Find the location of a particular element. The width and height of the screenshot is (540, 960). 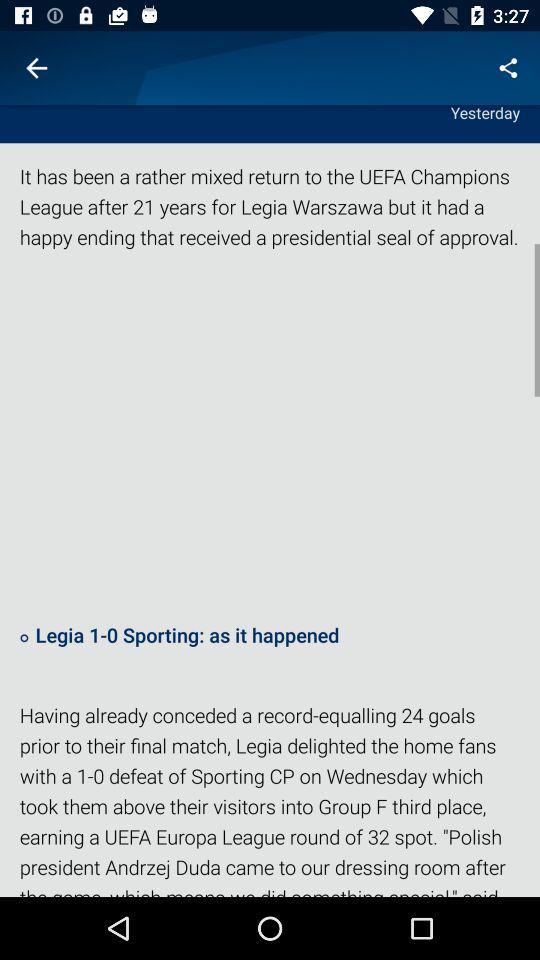

item at the top left corner is located at coordinates (36, 68).